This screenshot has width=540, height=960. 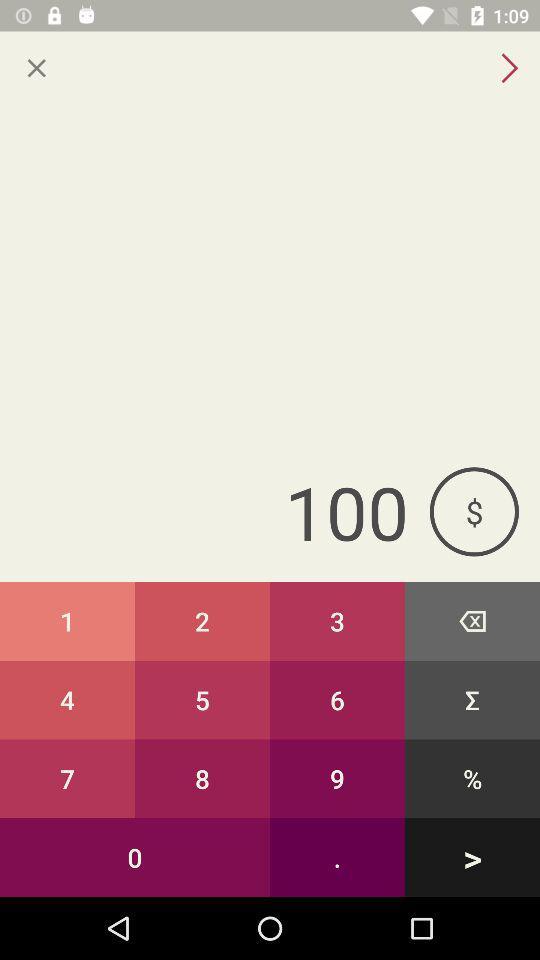 I want to click on the app, so click(x=36, y=68).